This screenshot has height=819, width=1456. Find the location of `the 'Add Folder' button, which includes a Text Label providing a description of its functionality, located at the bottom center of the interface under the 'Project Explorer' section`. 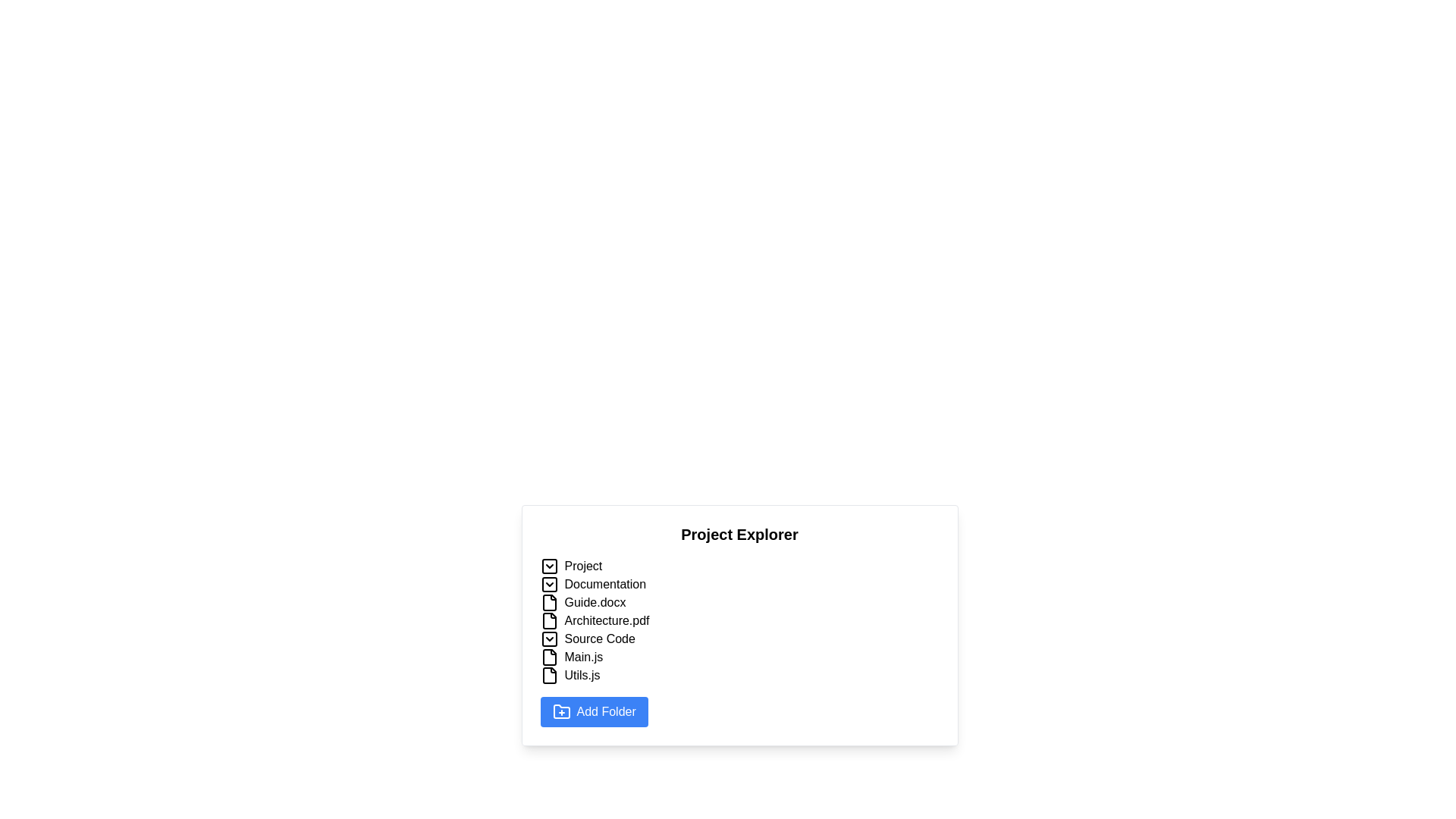

the 'Add Folder' button, which includes a Text Label providing a description of its functionality, located at the bottom center of the interface under the 'Project Explorer' section is located at coordinates (605, 711).